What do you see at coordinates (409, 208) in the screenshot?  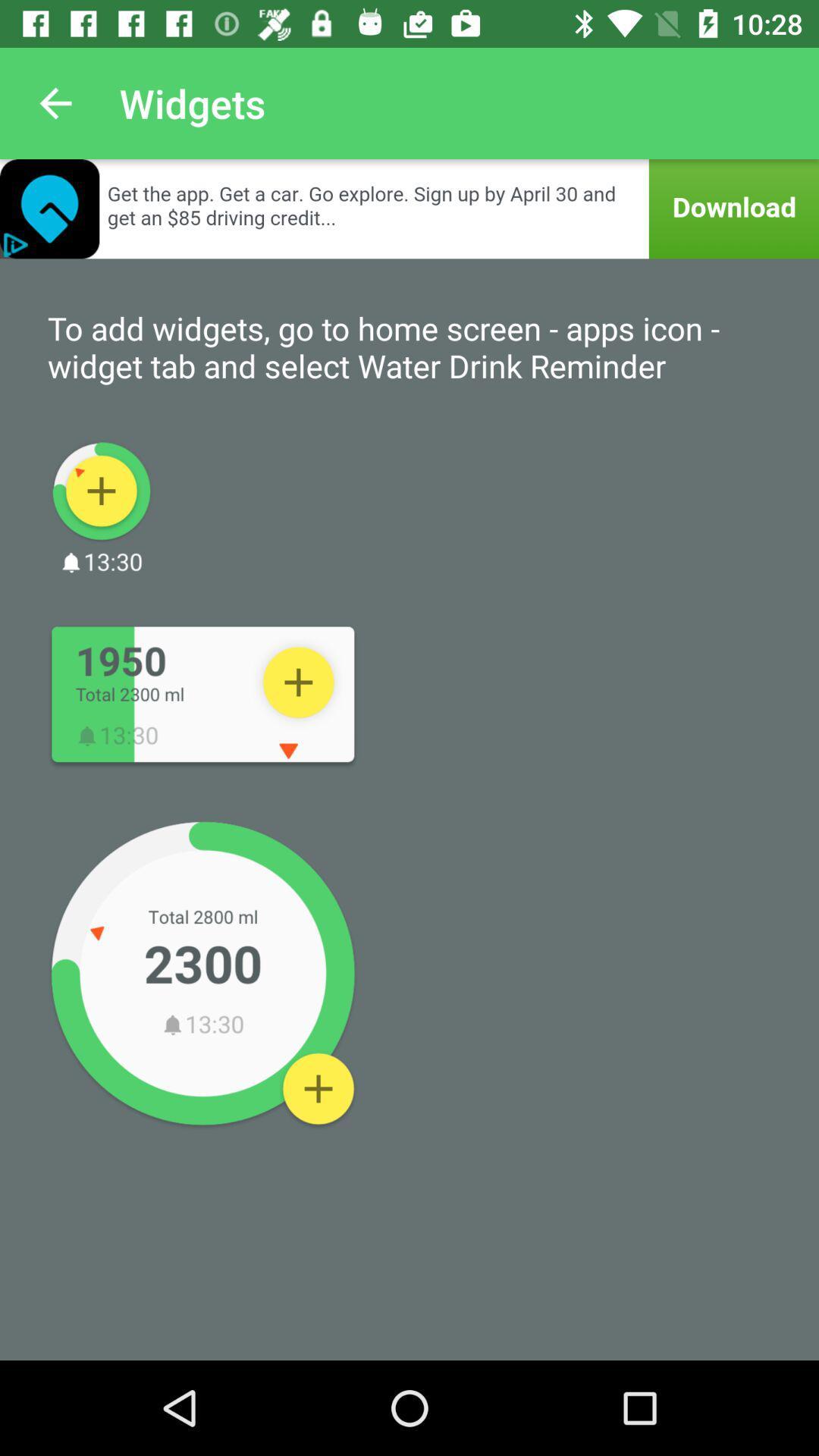 I see `through an app that you are using a advert slots in at the top of the screen` at bounding box center [409, 208].